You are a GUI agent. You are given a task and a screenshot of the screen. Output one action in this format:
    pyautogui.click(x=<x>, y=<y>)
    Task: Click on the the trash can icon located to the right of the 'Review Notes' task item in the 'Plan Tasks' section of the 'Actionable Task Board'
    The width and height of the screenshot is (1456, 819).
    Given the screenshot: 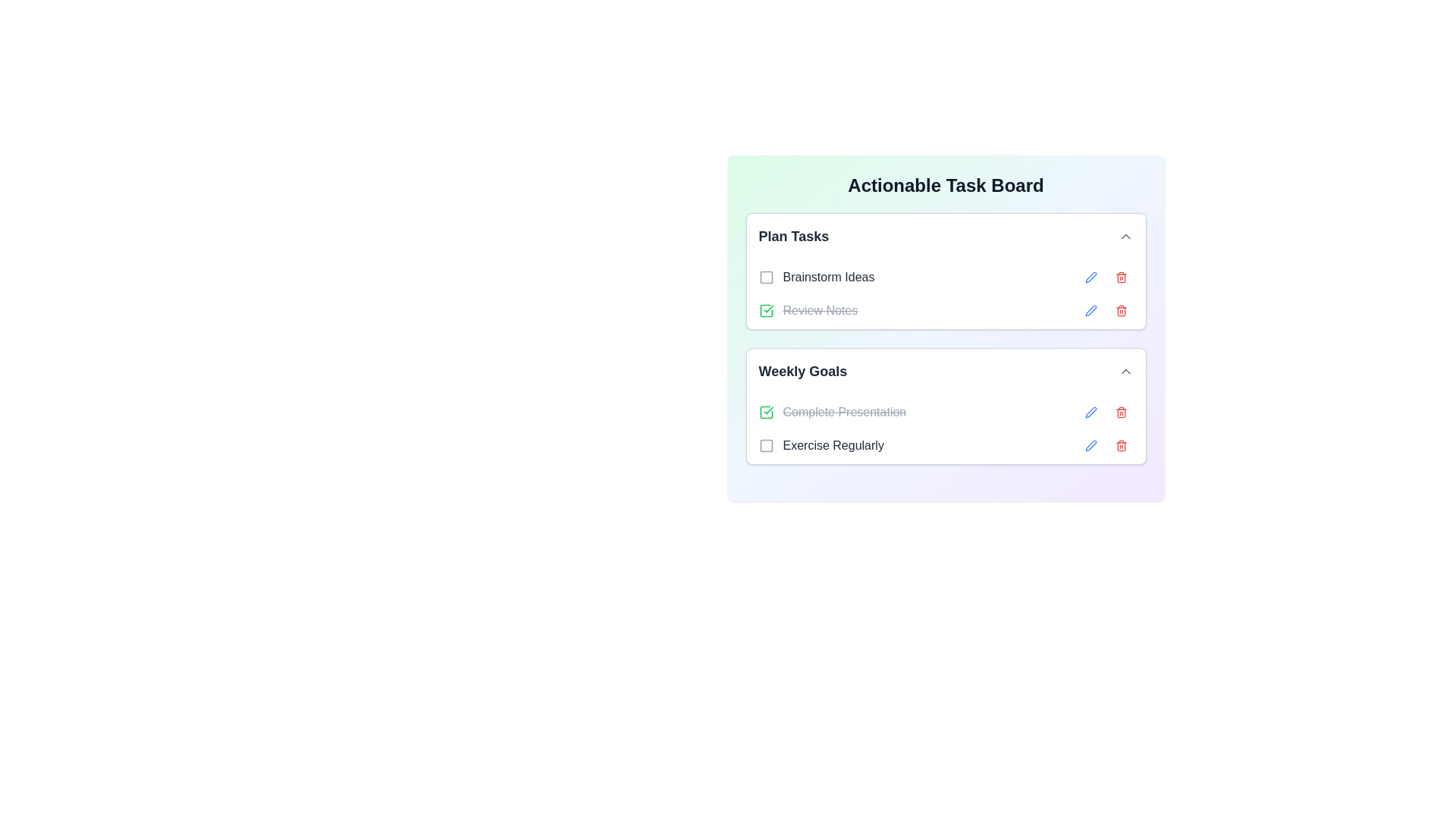 What is the action you would take?
    pyautogui.click(x=1121, y=278)
    